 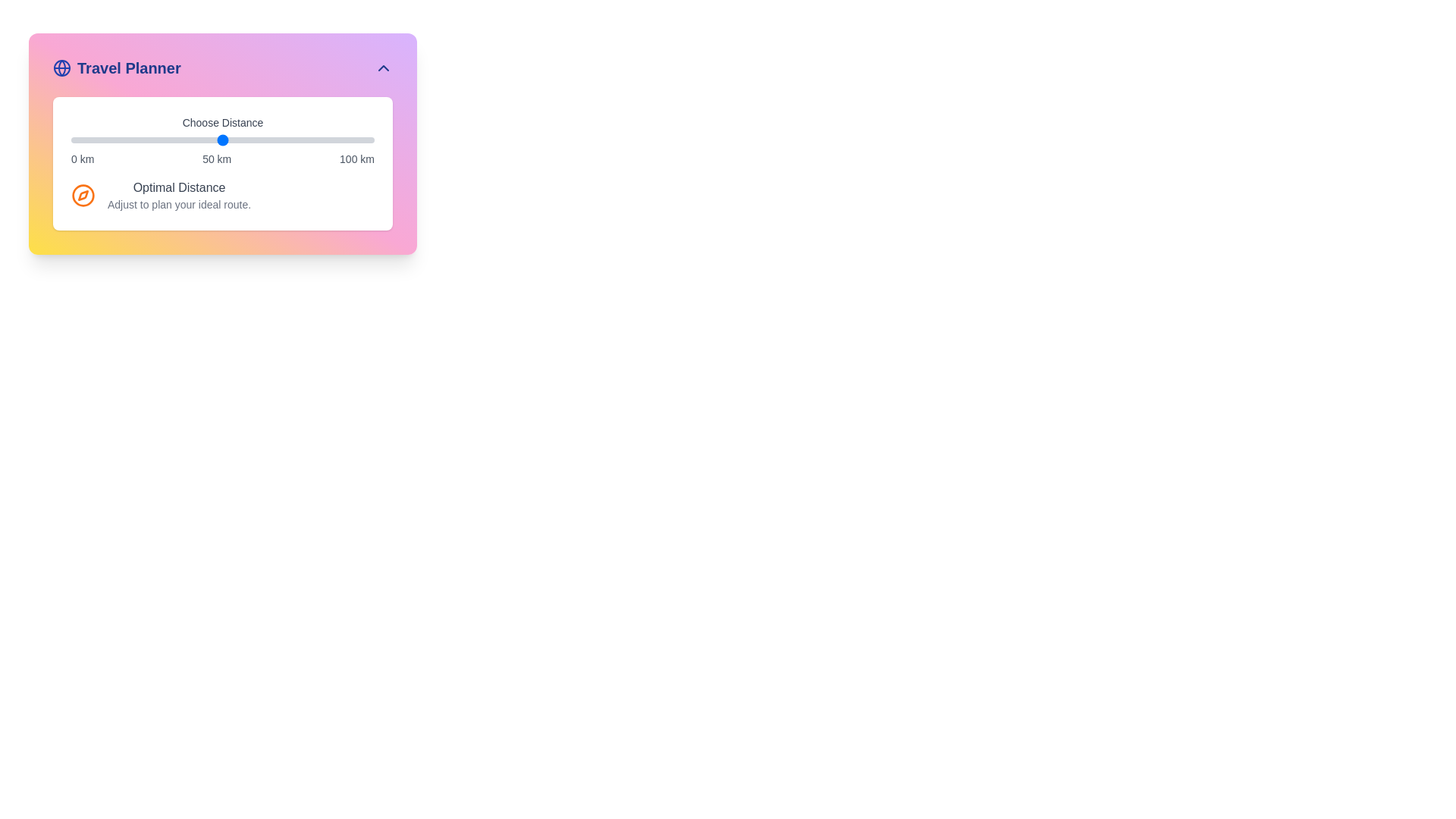 I want to click on the distance slider, so click(x=274, y=140).